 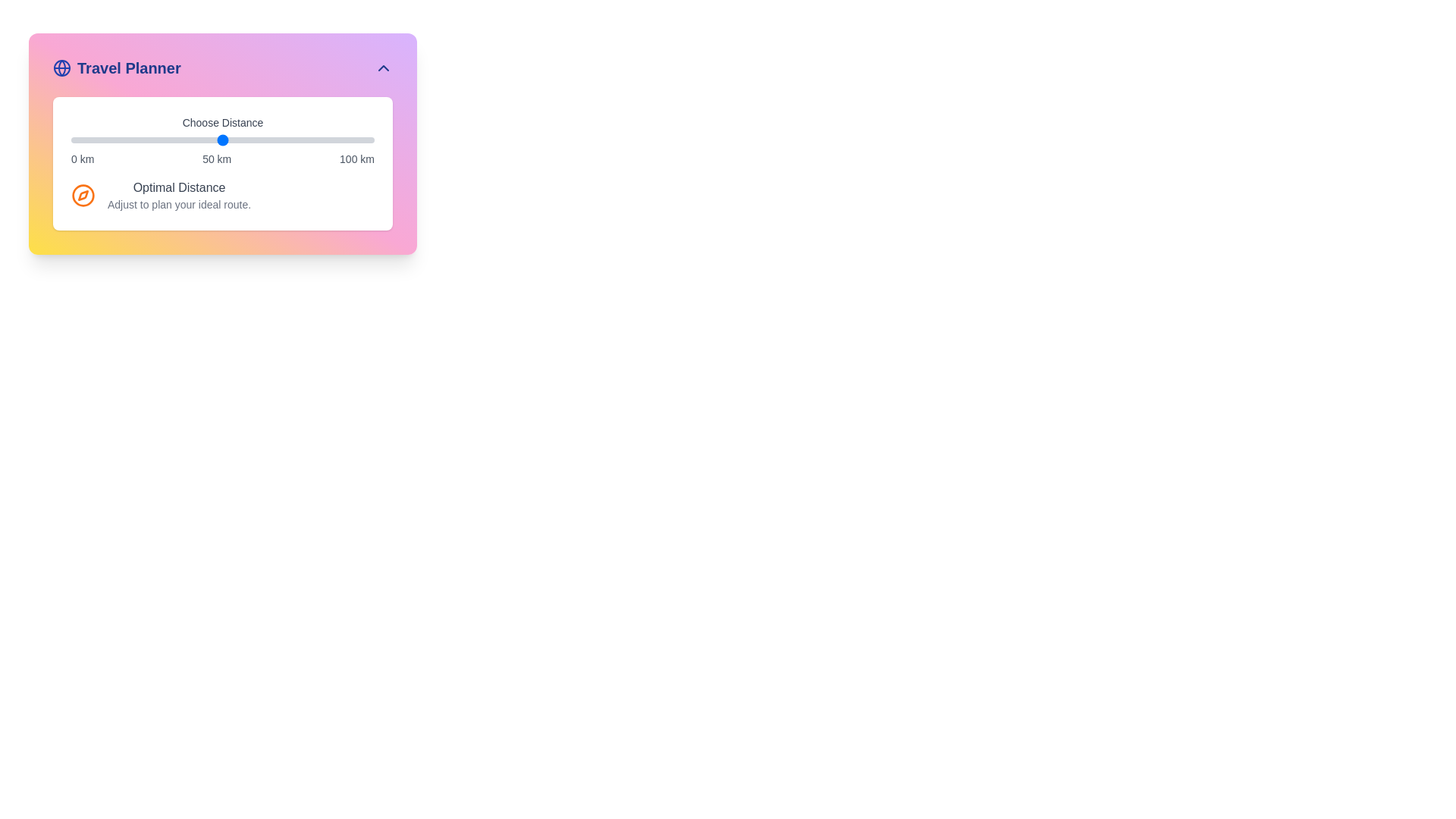 I want to click on the distance slider, so click(x=274, y=140).